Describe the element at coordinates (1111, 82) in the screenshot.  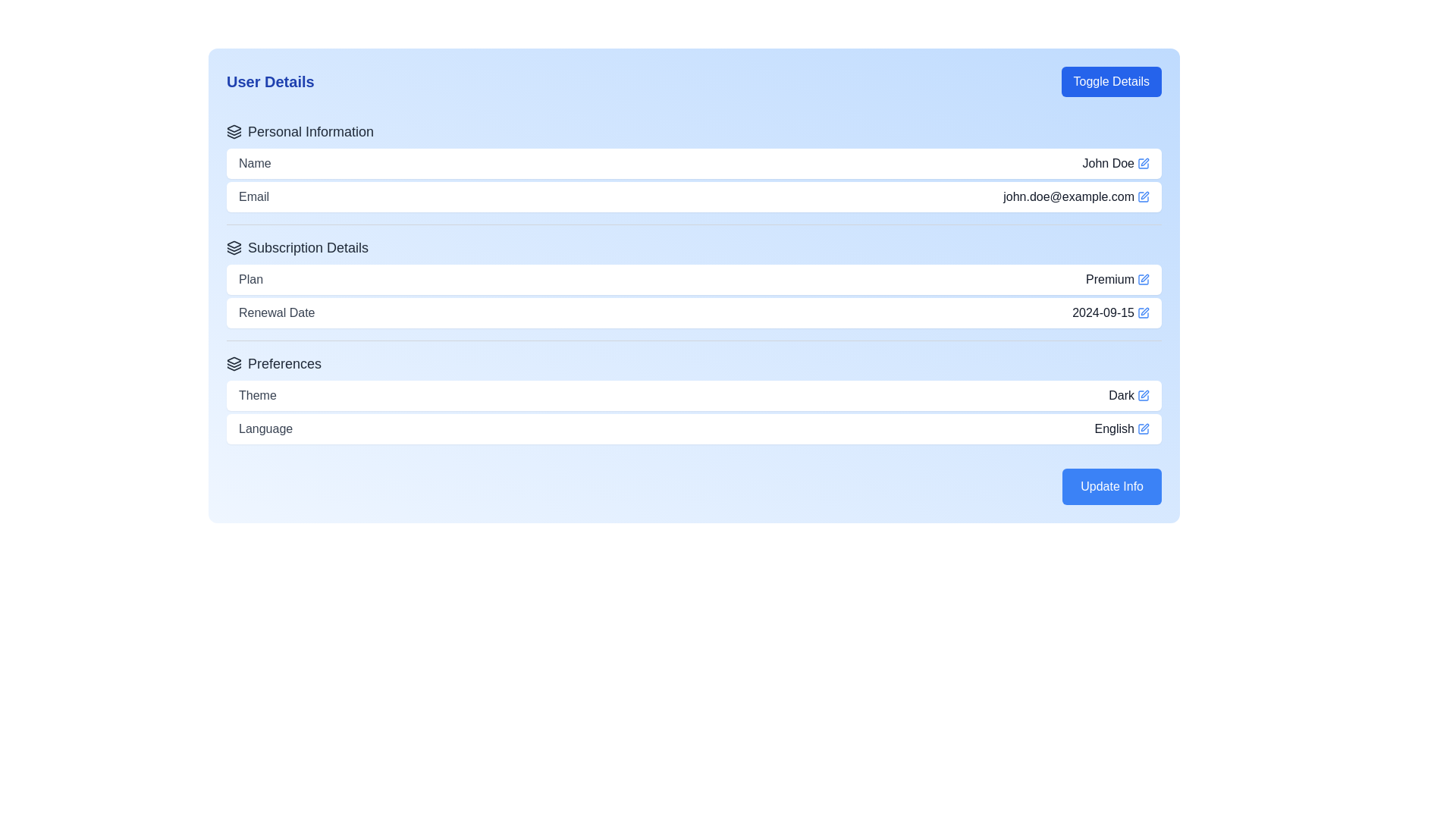
I see `the button in the top-right corner of the 'User Details' section` at that location.